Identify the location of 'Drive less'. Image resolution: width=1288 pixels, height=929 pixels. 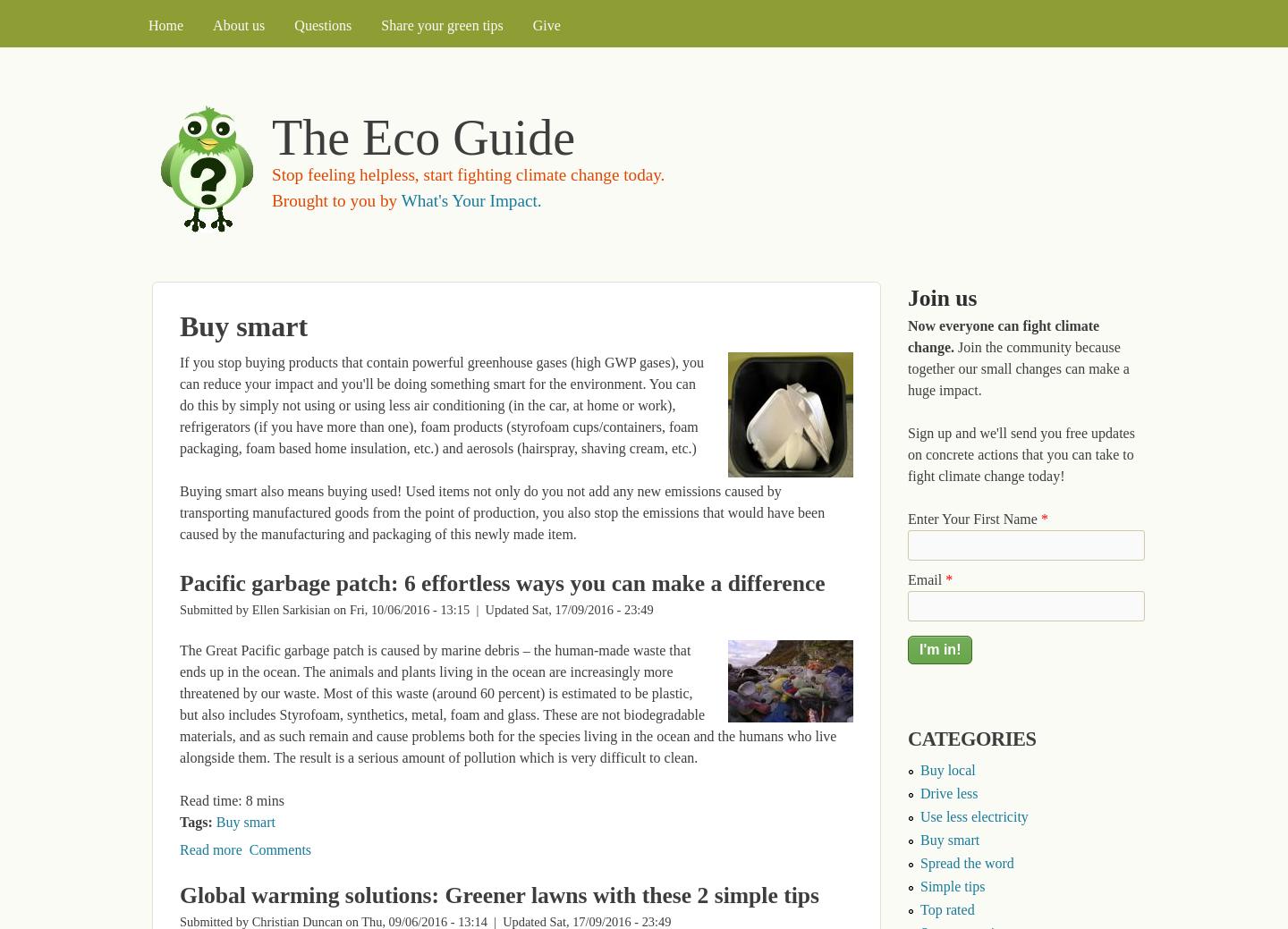
(948, 792).